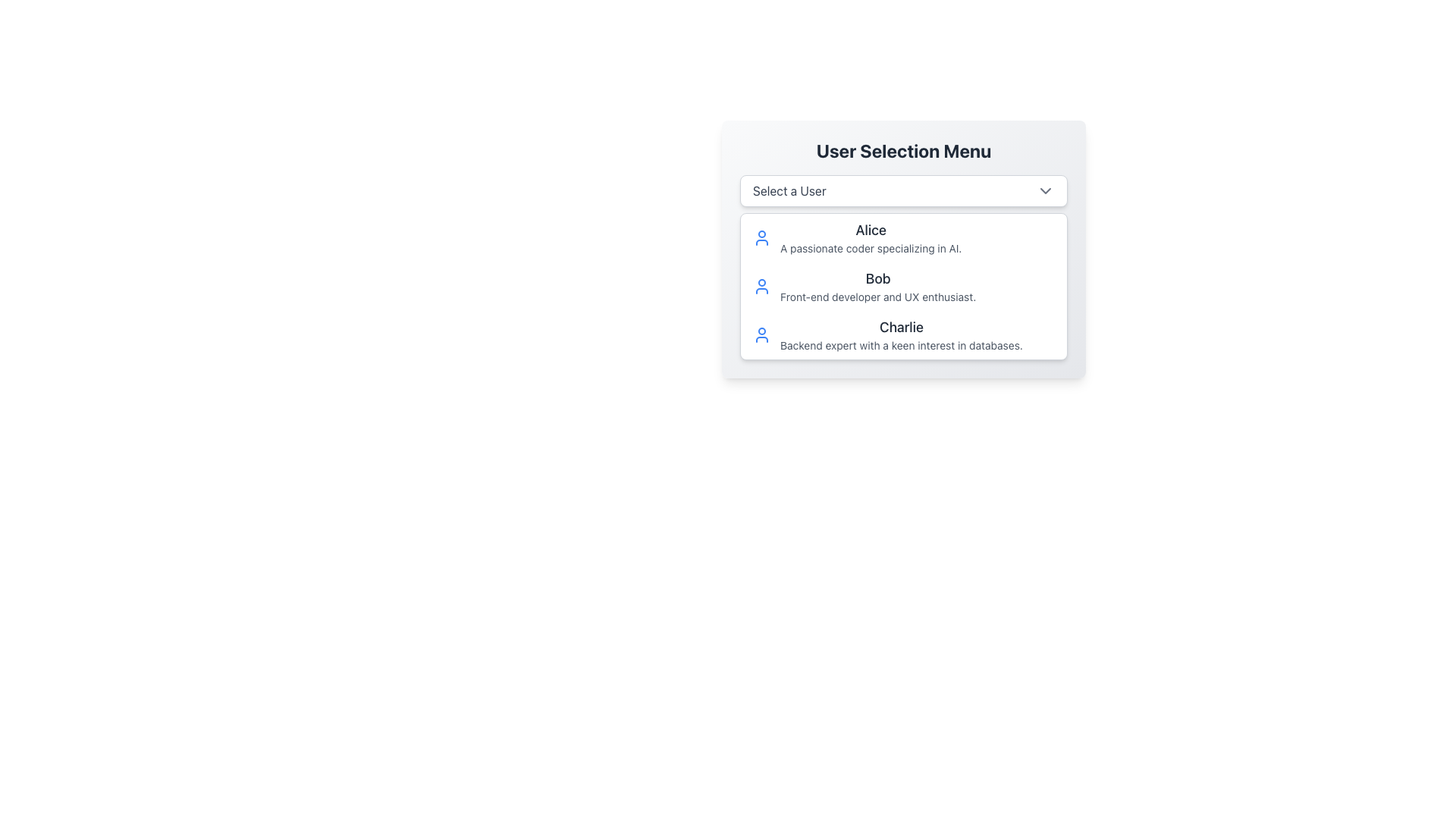  What do you see at coordinates (903, 334) in the screenshot?
I see `the third user selection item labeled 'Charlie' in the User Selection Menu` at bounding box center [903, 334].